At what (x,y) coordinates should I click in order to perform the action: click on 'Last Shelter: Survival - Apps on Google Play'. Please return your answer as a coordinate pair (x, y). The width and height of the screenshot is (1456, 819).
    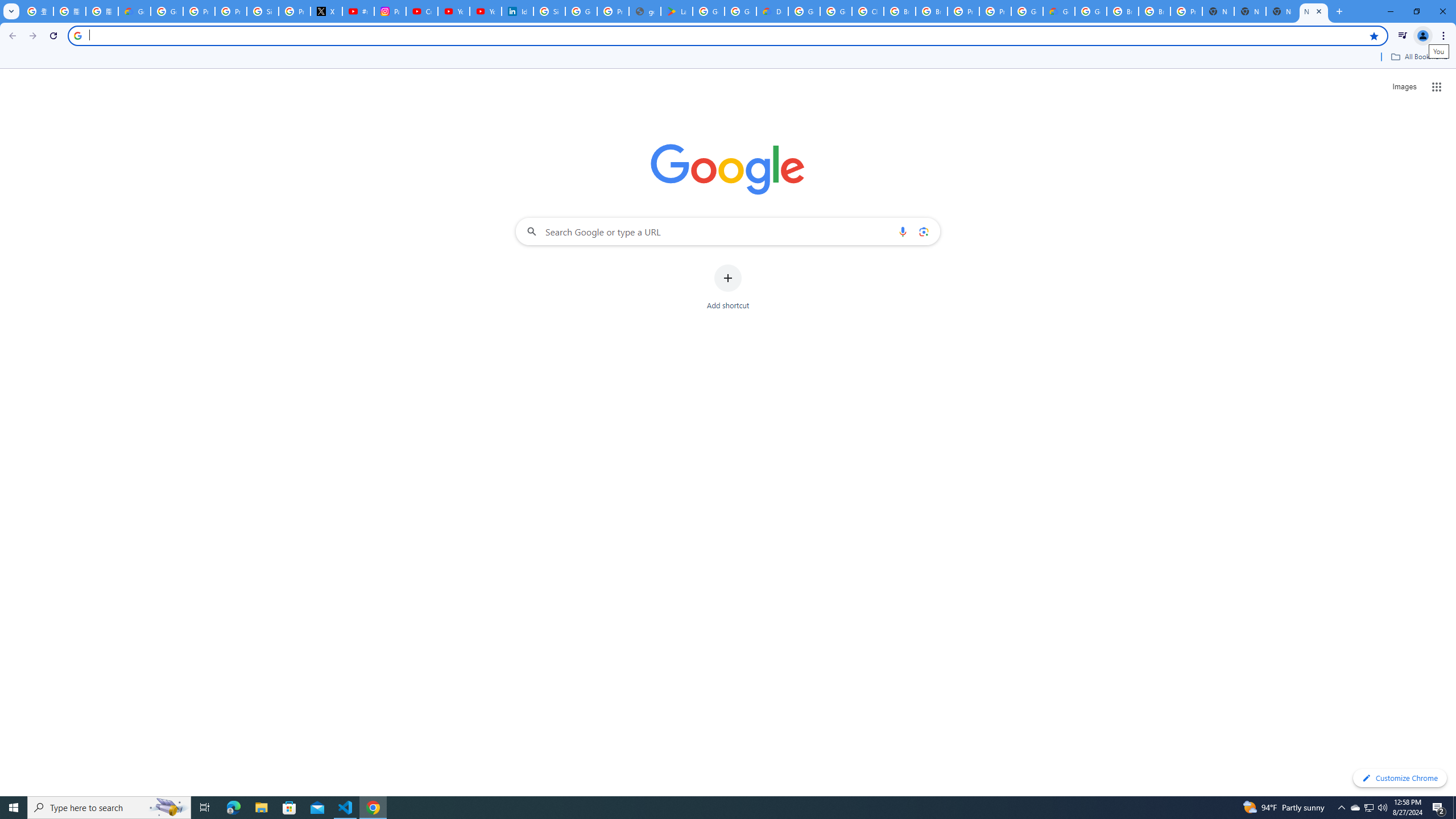
    Looking at the image, I should click on (676, 11).